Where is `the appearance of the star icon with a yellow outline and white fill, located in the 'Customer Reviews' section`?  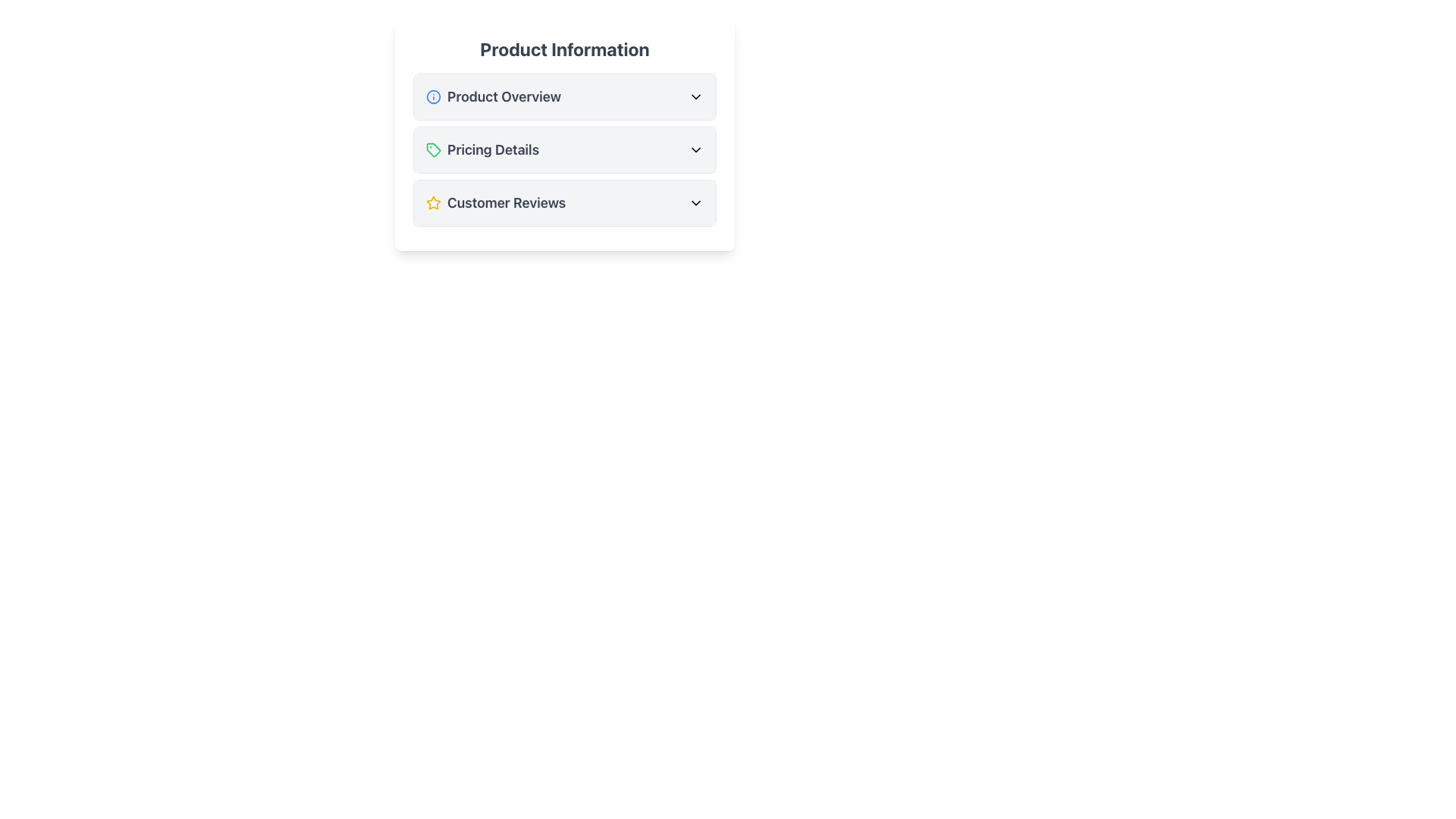 the appearance of the star icon with a yellow outline and white fill, located in the 'Customer Reviews' section is located at coordinates (432, 202).